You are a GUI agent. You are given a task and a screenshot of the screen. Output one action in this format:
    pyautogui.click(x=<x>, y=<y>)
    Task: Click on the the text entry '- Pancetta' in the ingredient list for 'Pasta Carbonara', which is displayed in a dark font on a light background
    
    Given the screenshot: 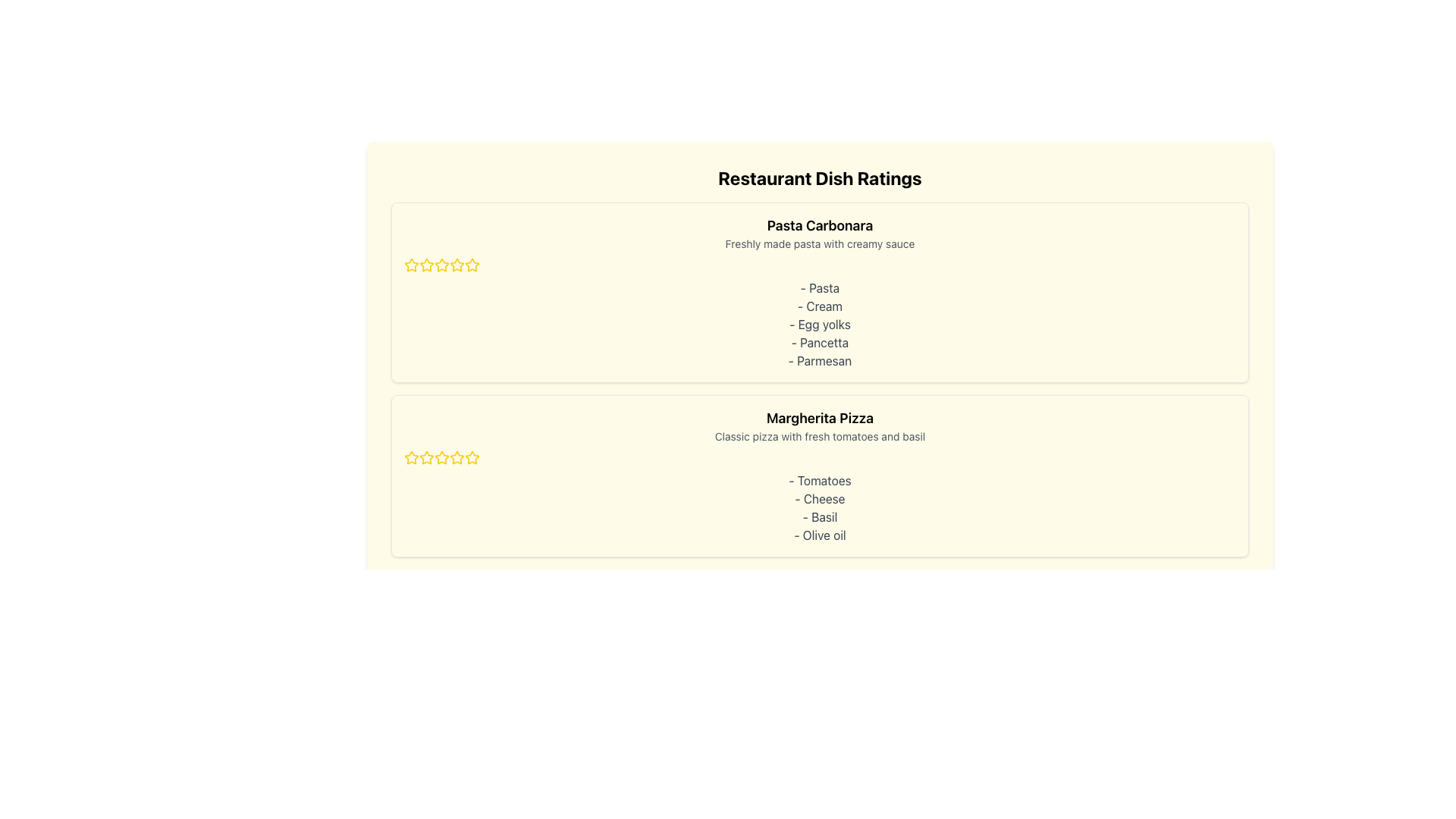 What is the action you would take?
    pyautogui.click(x=819, y=342)
    